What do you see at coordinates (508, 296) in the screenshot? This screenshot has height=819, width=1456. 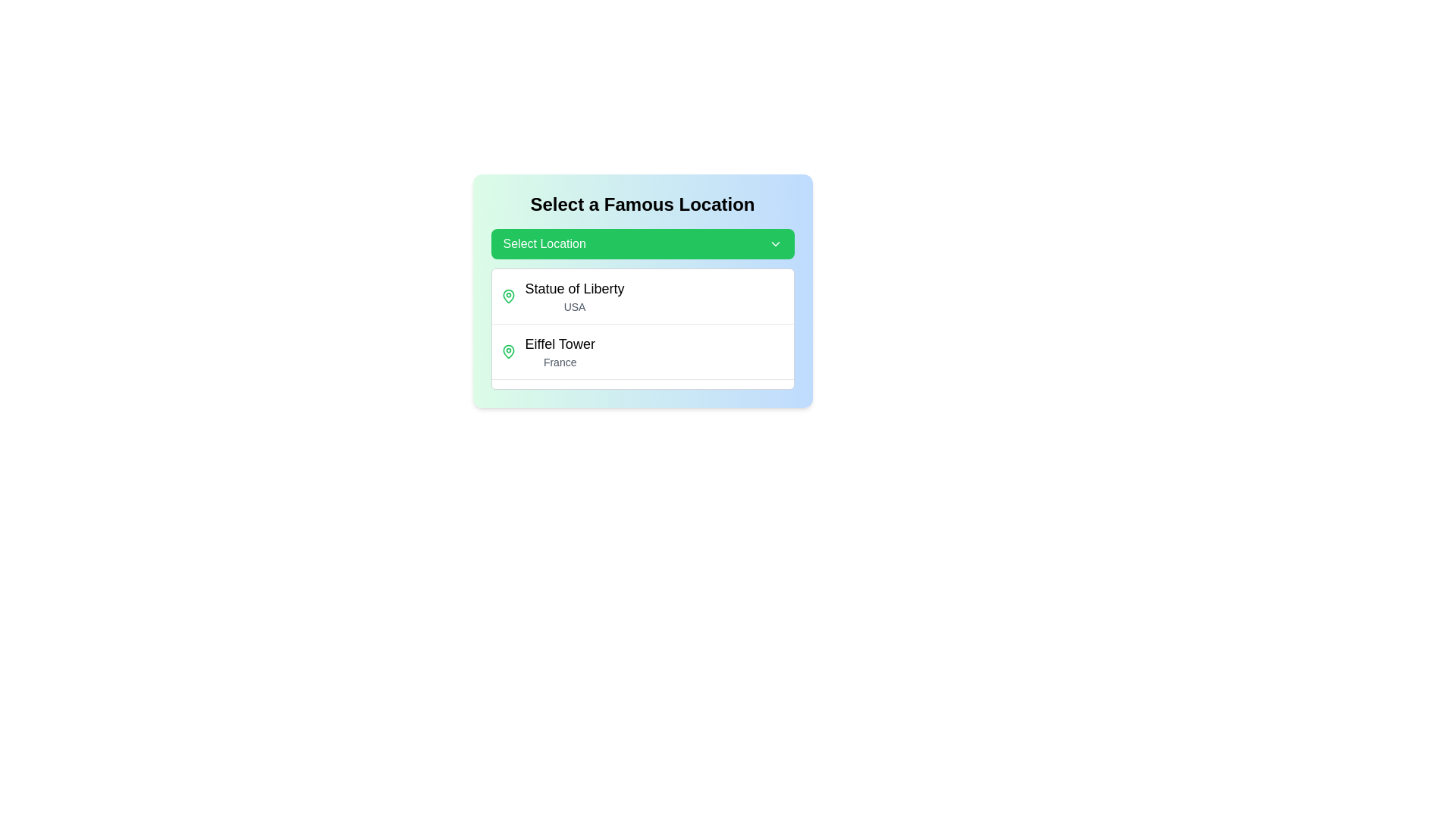 I see `the green map pin icon located beneath the text 'Eiffel Tower', which is the second map pin in a vertical list of location markers` at bounding box center [508, 296].